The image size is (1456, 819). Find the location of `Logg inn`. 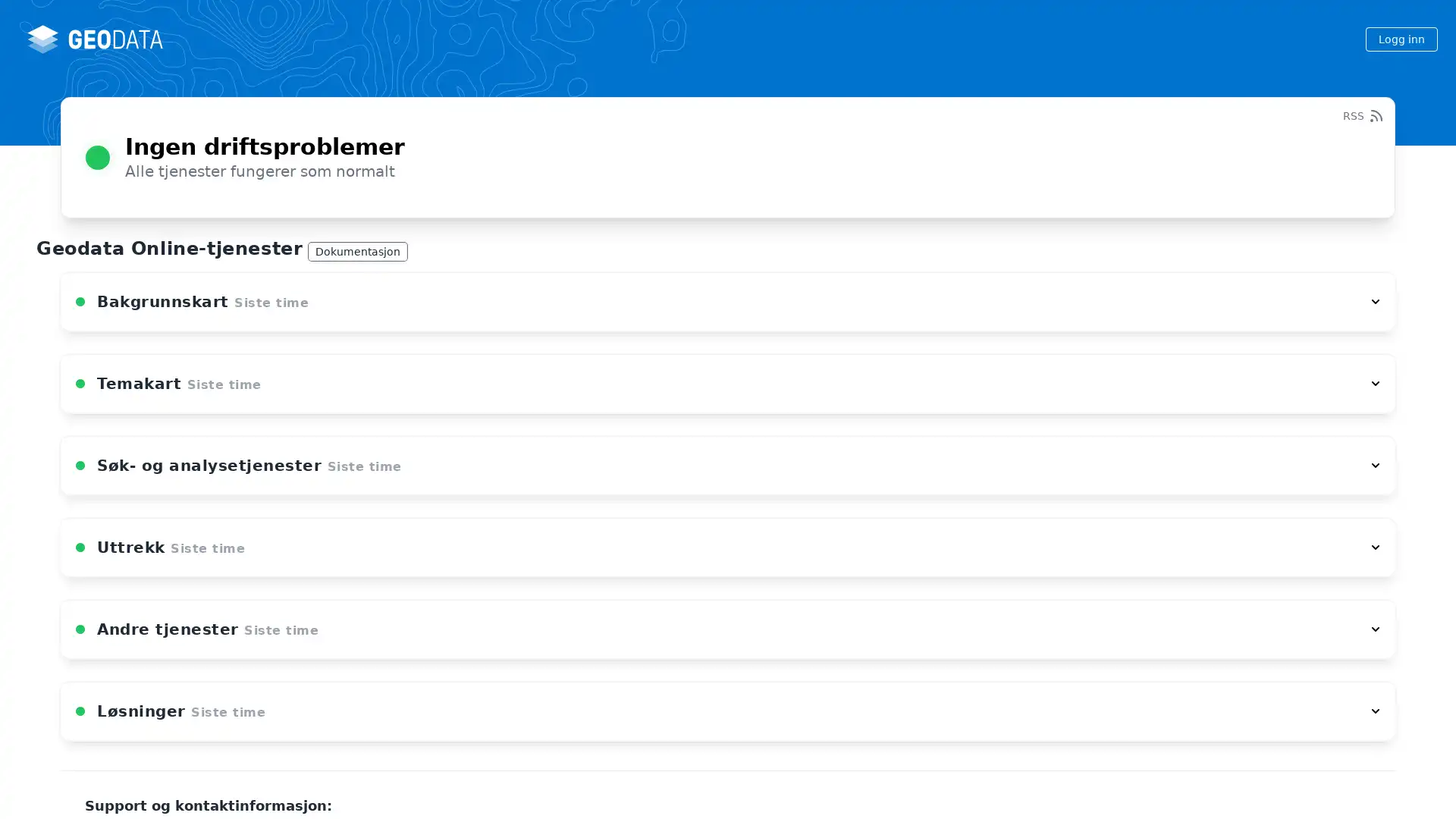

Logg inn is located at coordinates (1401, 38).